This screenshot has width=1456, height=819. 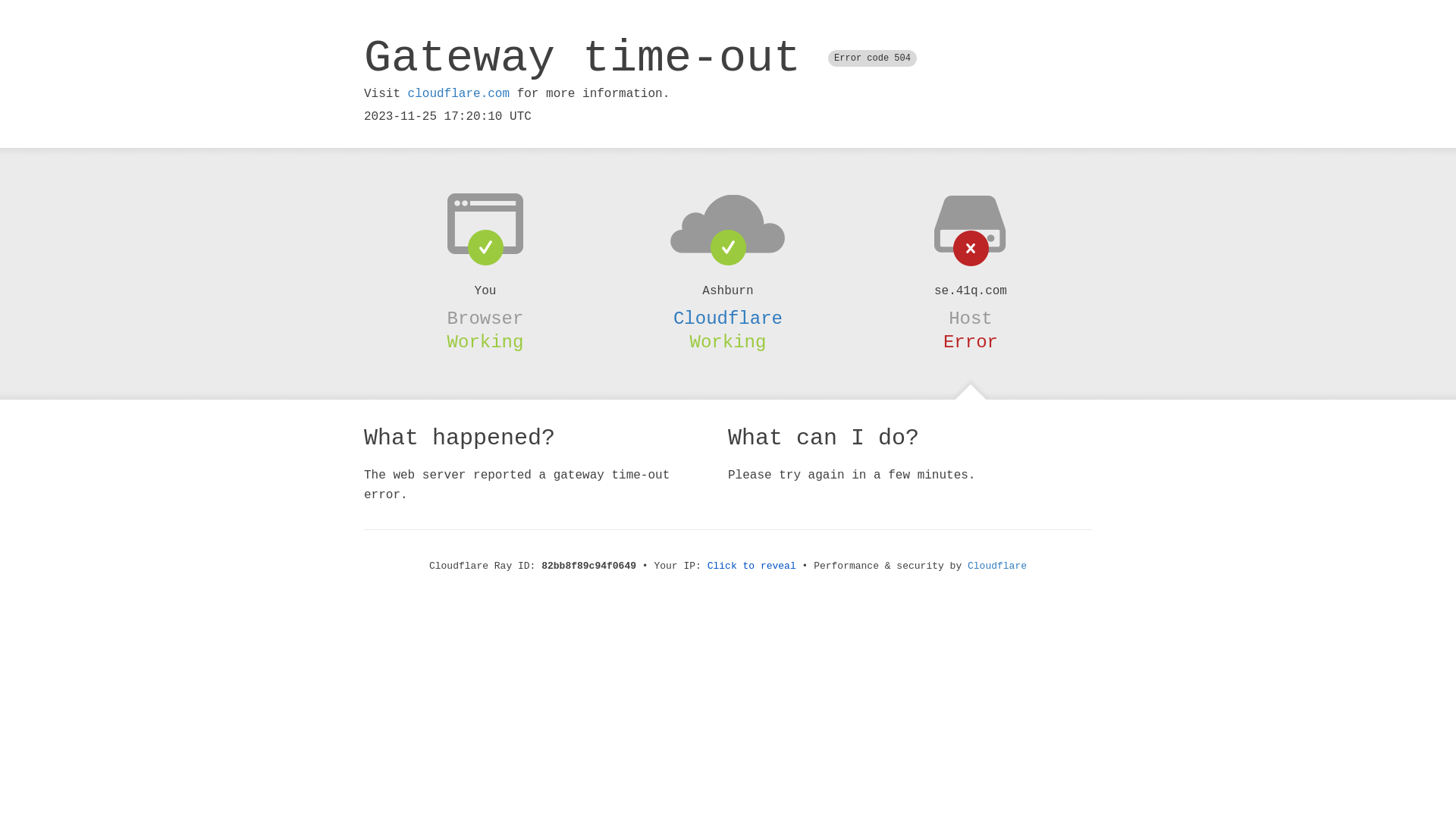 I want to click on 'Cloudflare', so click(x=728, y=318).